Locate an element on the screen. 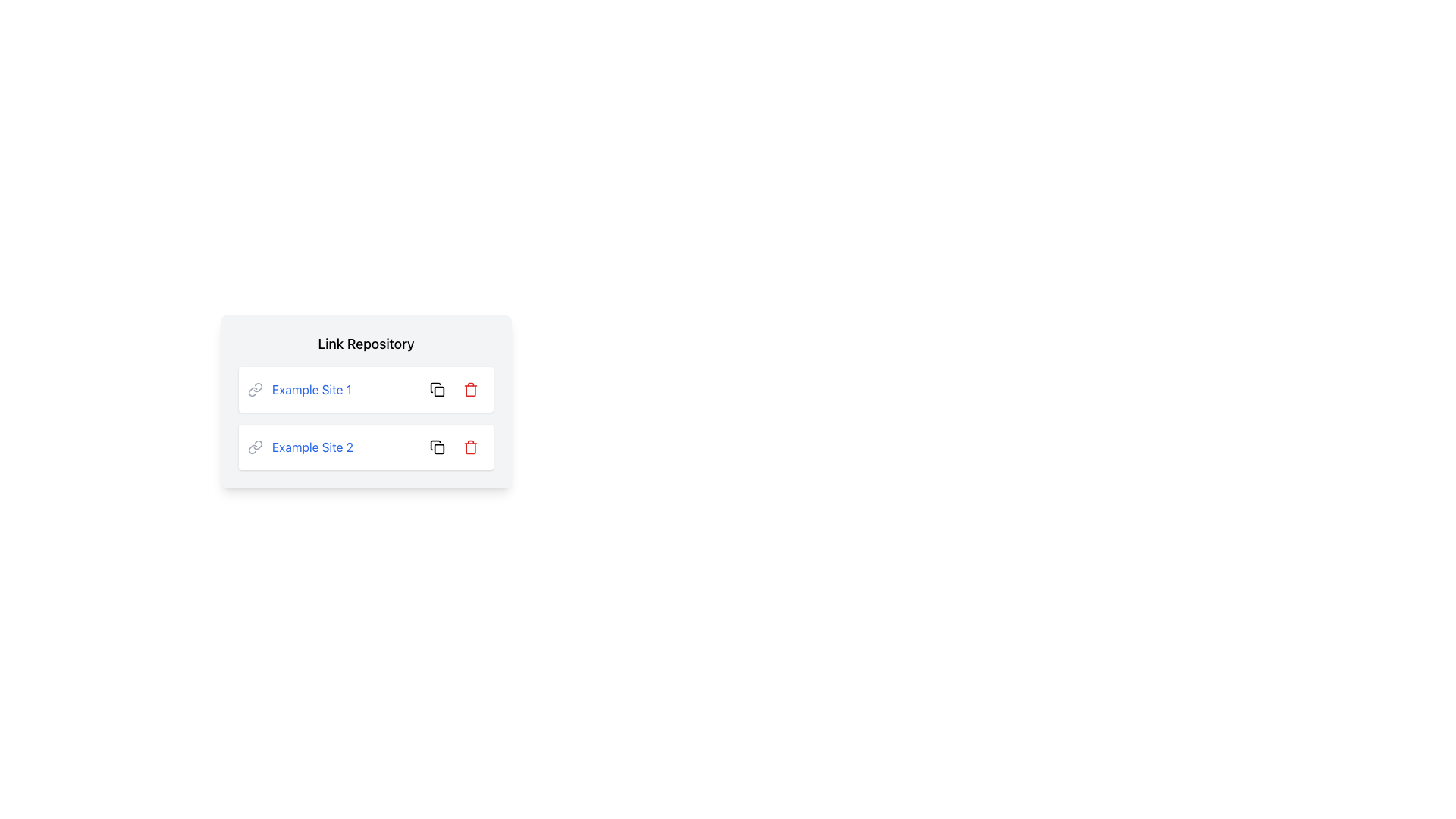 This screenshot has width=1456, height=819. the header text label 'Link Repository' which is styled in bold and serves as the title of the panel containing links is located at coordinates (366, 344).